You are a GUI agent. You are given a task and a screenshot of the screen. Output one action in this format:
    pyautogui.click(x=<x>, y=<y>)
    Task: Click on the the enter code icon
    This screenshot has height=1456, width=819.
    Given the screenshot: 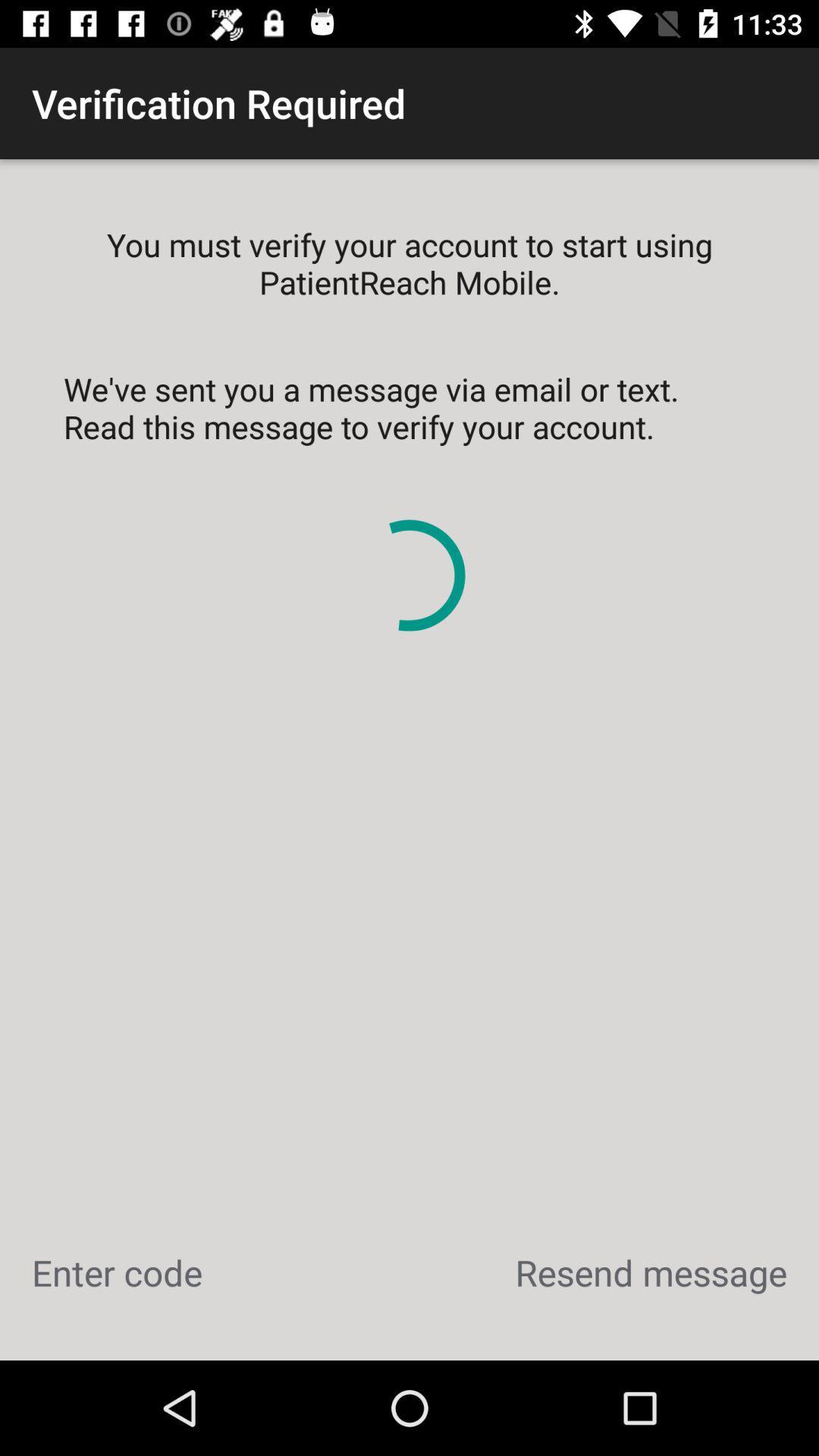 What is the action you would take?
    pyautogui.click(x=116, y=1272)
    